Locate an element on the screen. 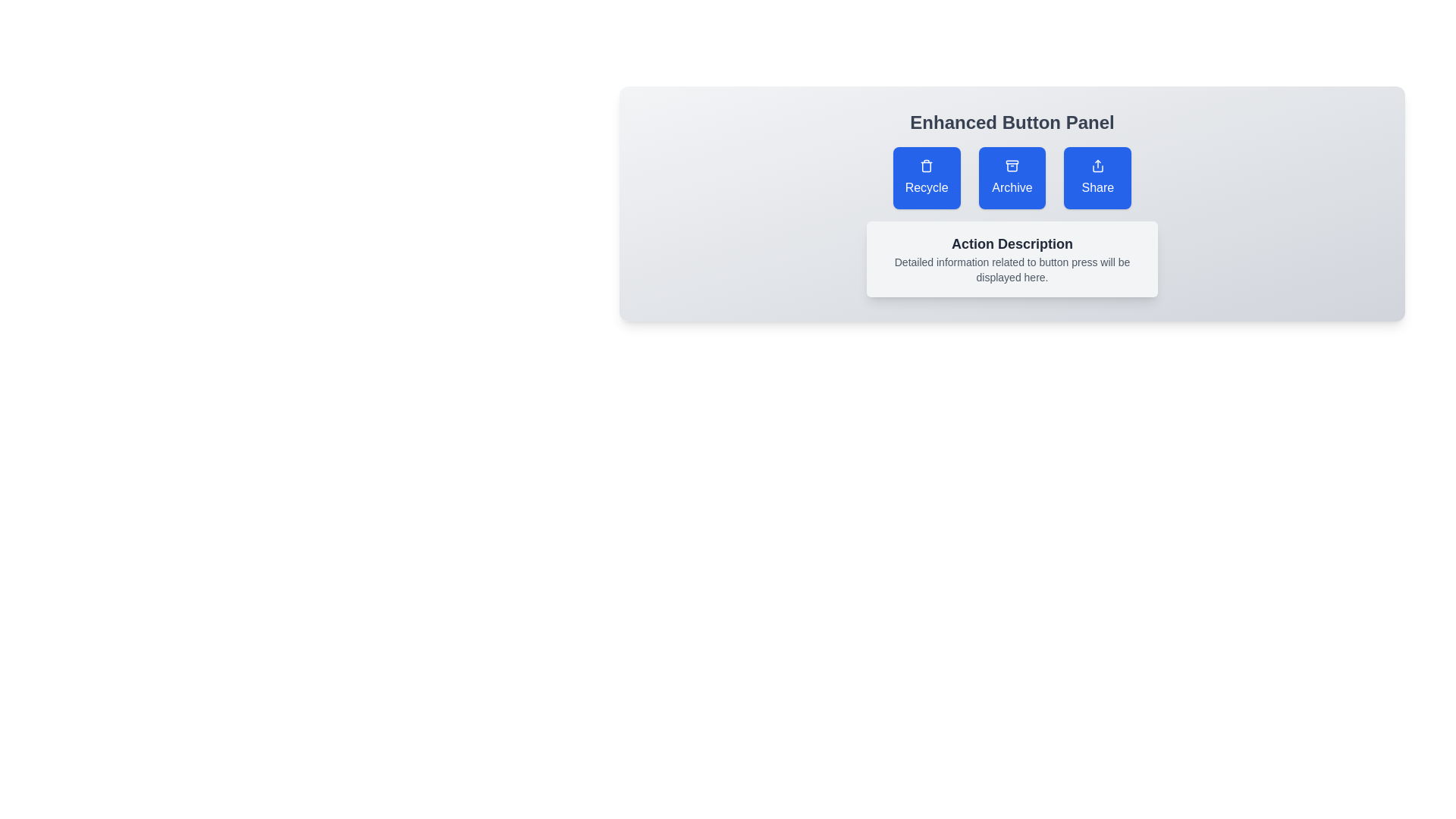  text 'Share' located within the blue button at the center-top of the interface, specifically the third button in a row of three buttons is located at coordinates (1097, 187).